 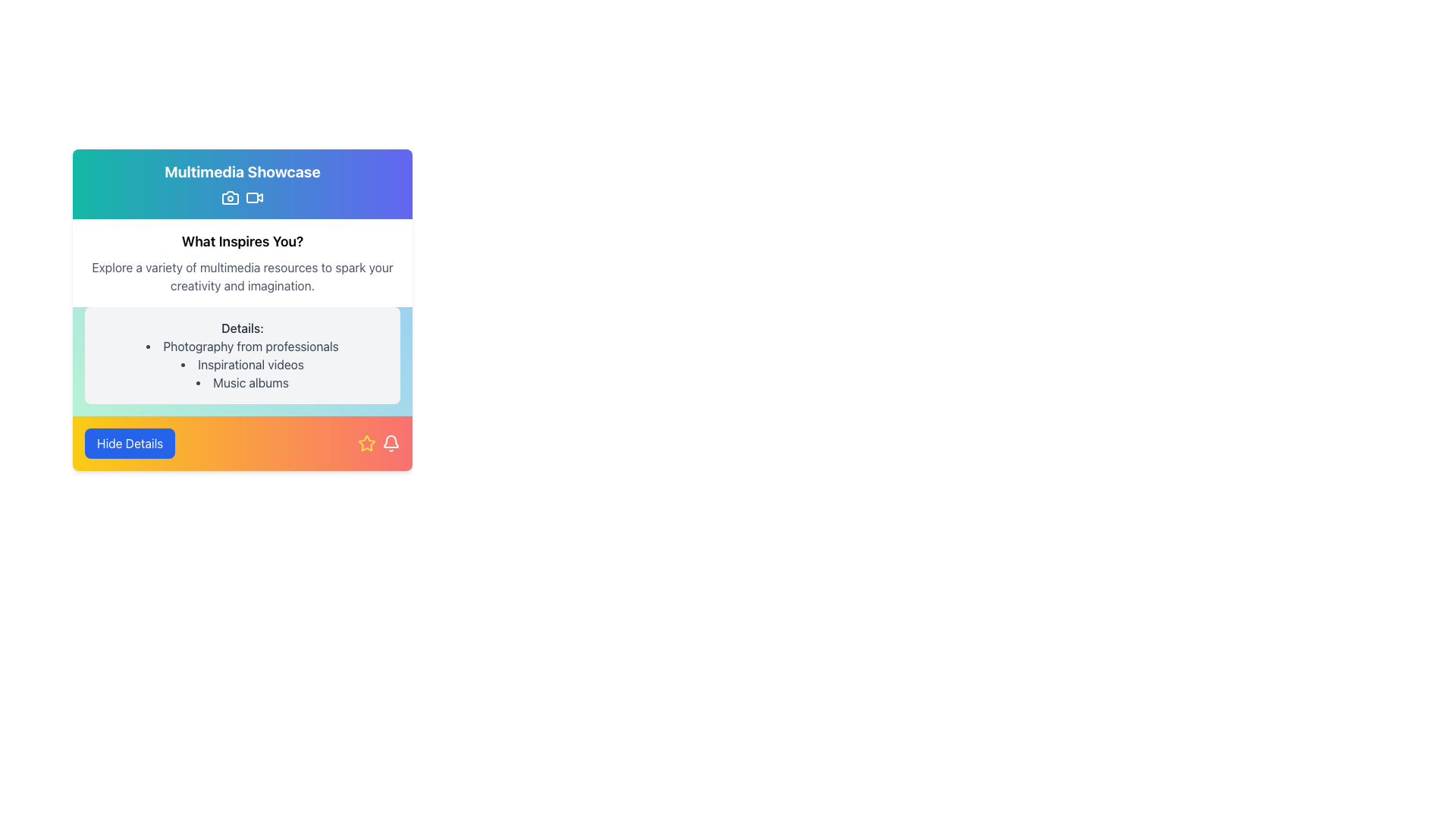 What do you see at coordinates (243, 262) in the screenshot?
I see `the static text block displaying 'What Inspires You?' and its descriptive text, which is centrally positioned within the card layout beneath the 'Multimedia Showcase' header` at bounding box center [243, 262].